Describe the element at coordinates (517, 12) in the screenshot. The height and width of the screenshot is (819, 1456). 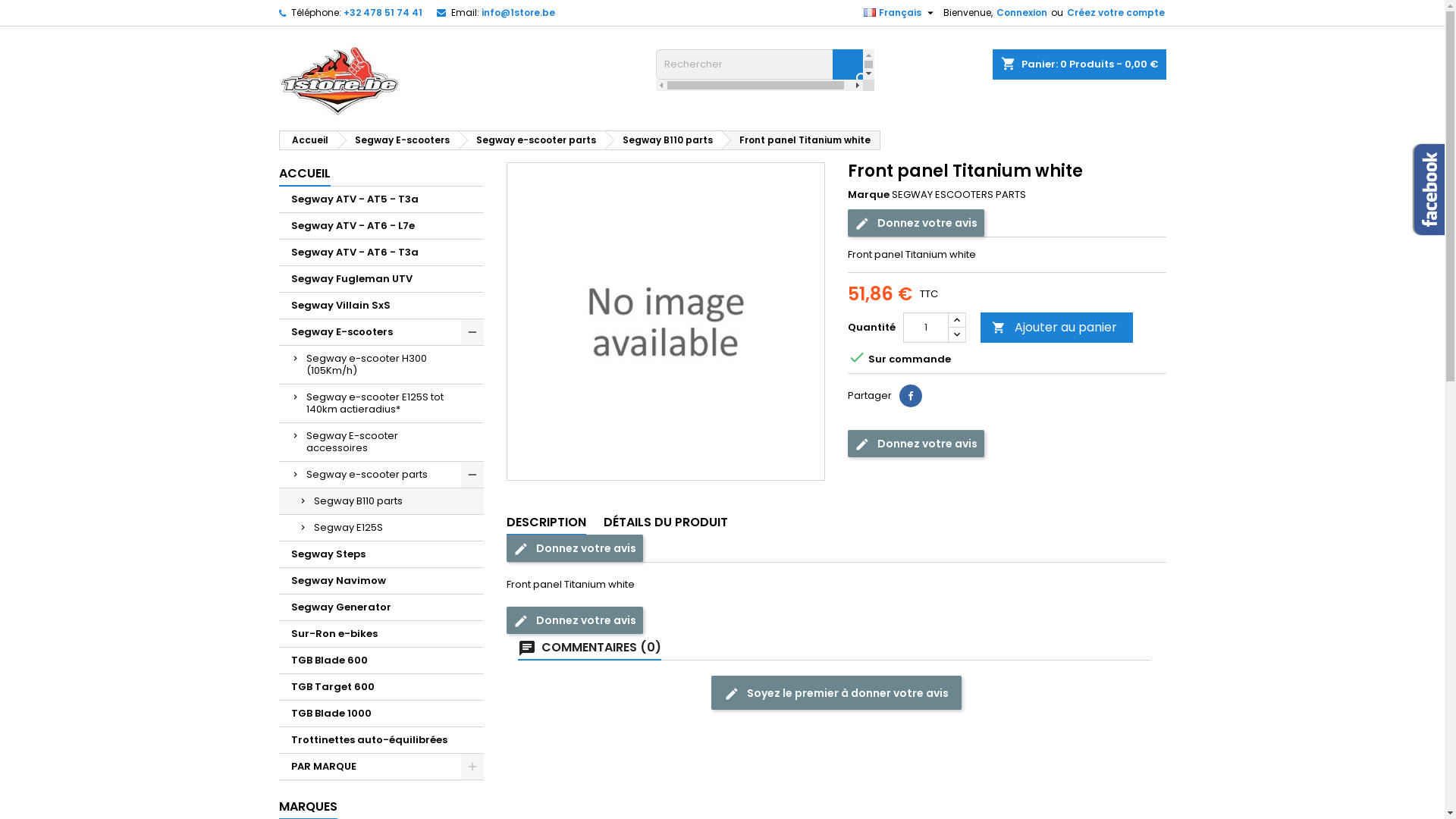
I see `'info@1store.be'` at that location.